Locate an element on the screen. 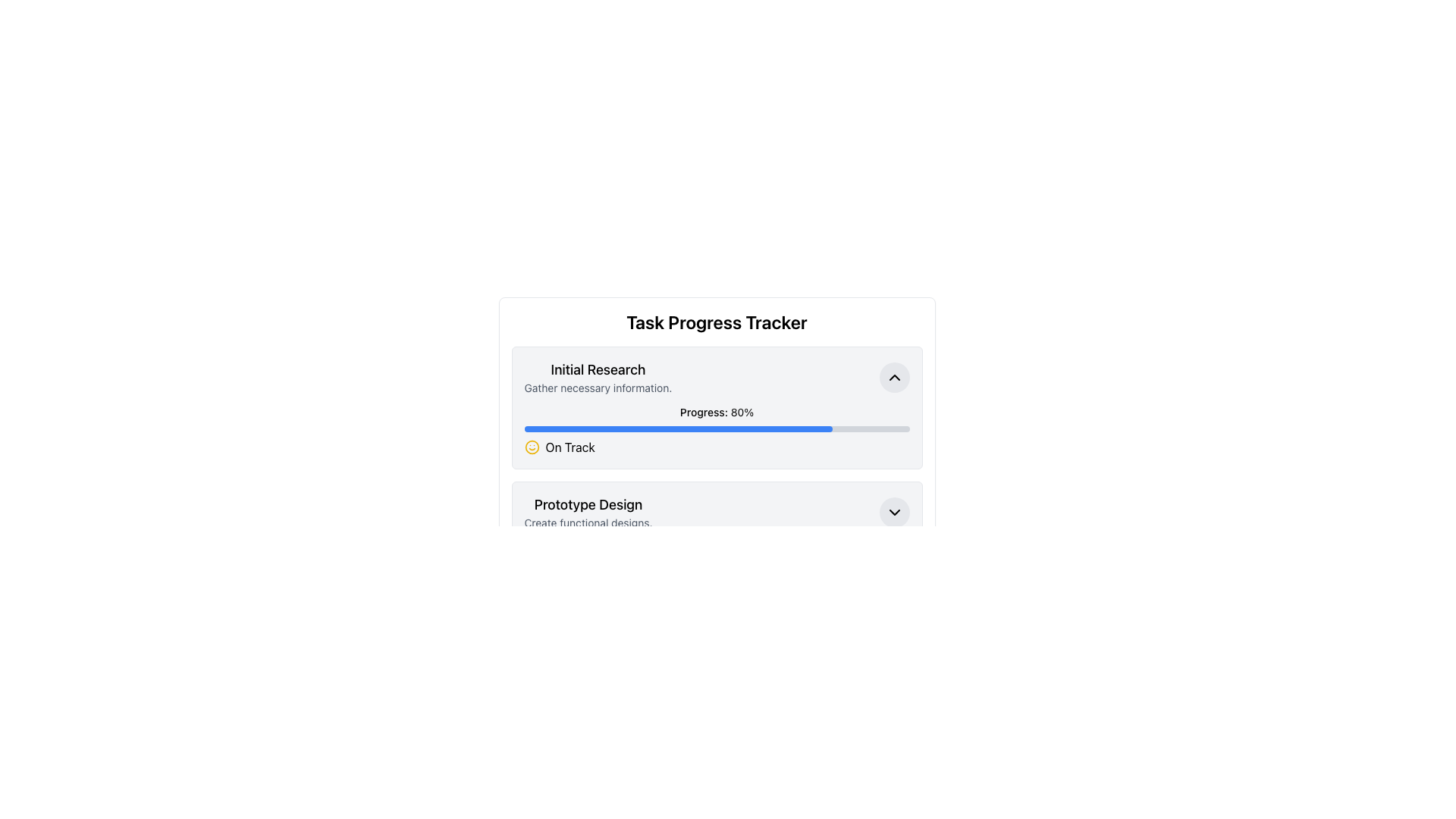 Image resolution: width=1456 pixels, height=819 pixels. text from the Text Block titled 'Initial Research' which contains a subtitle 'Gather necessary information.' is located at coordinates (597, 376).